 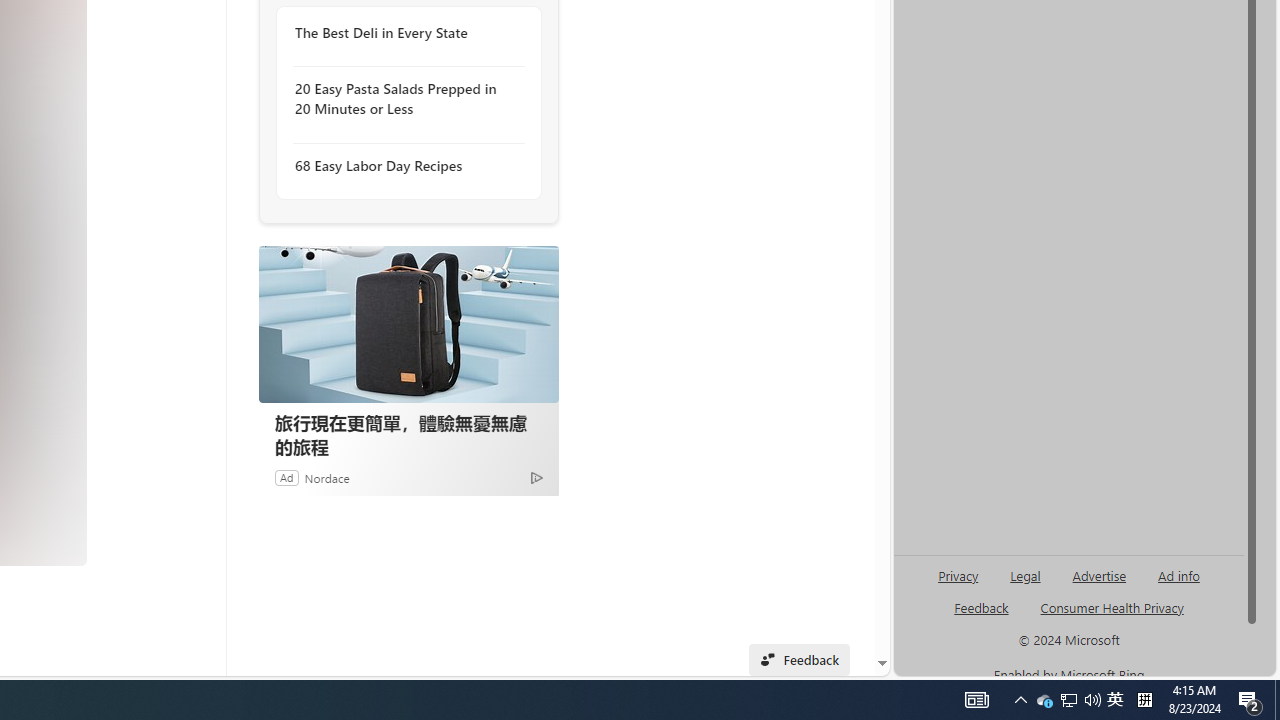 I want to click on 'The Best Deli in Every State', so click(x=402, y=33).